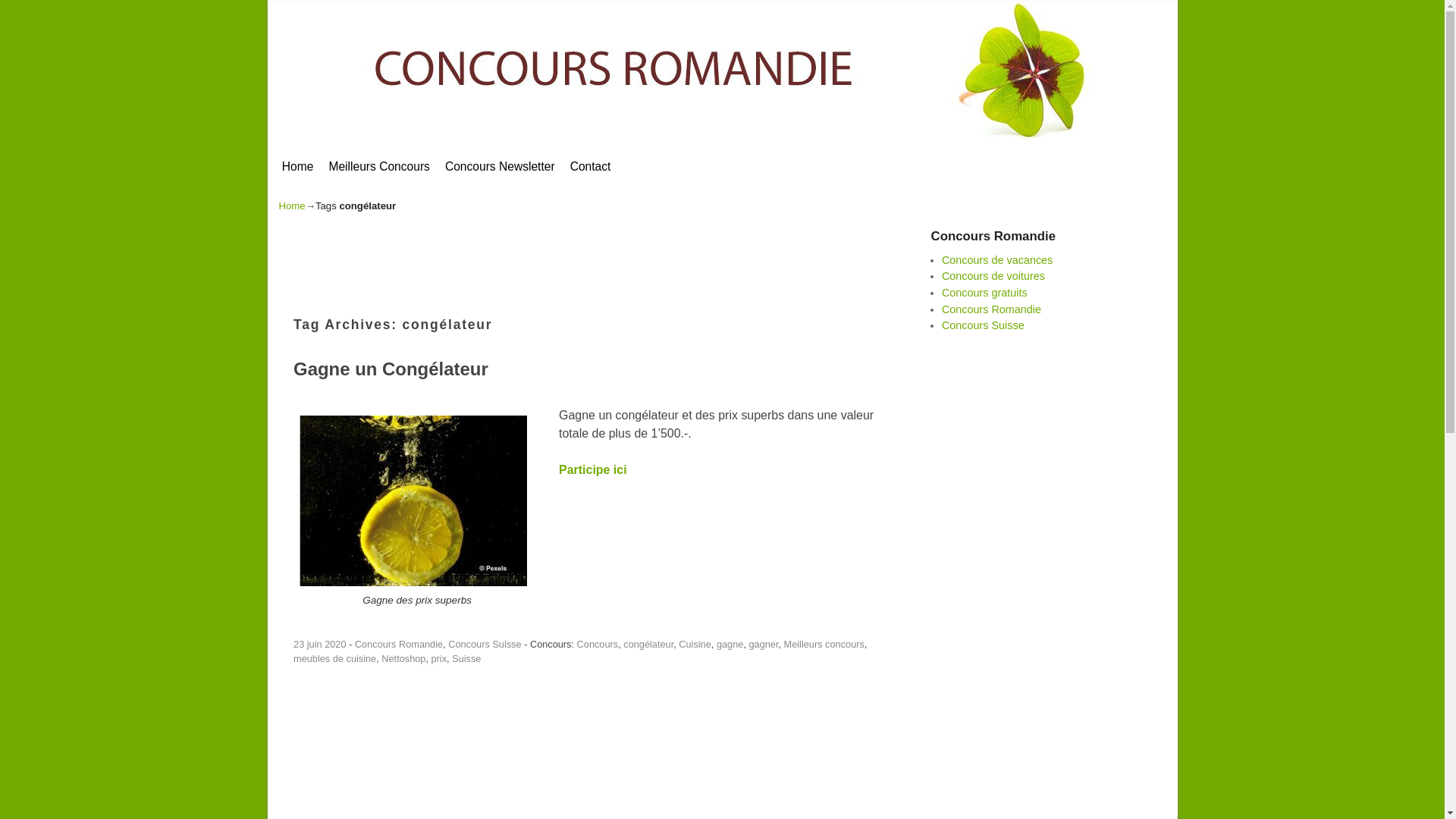 The image size is (1456, 819). What do you see at coordinates (318, 146) in the screenshot?
I see `'Skip to secondary content'` at bounding box center [318, 146].